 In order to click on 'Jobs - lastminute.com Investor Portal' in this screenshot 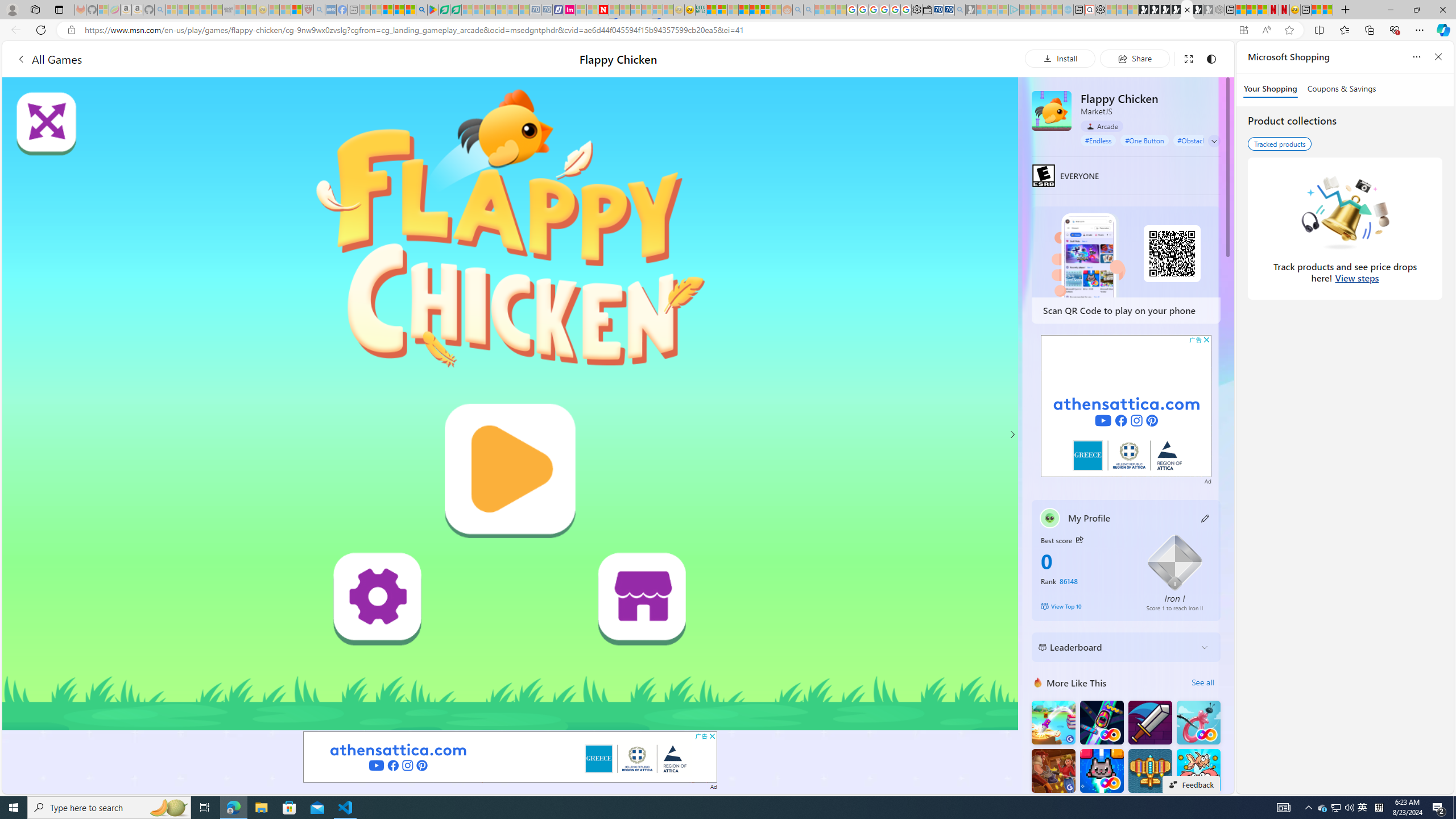, I will do `click(568, 9)`.